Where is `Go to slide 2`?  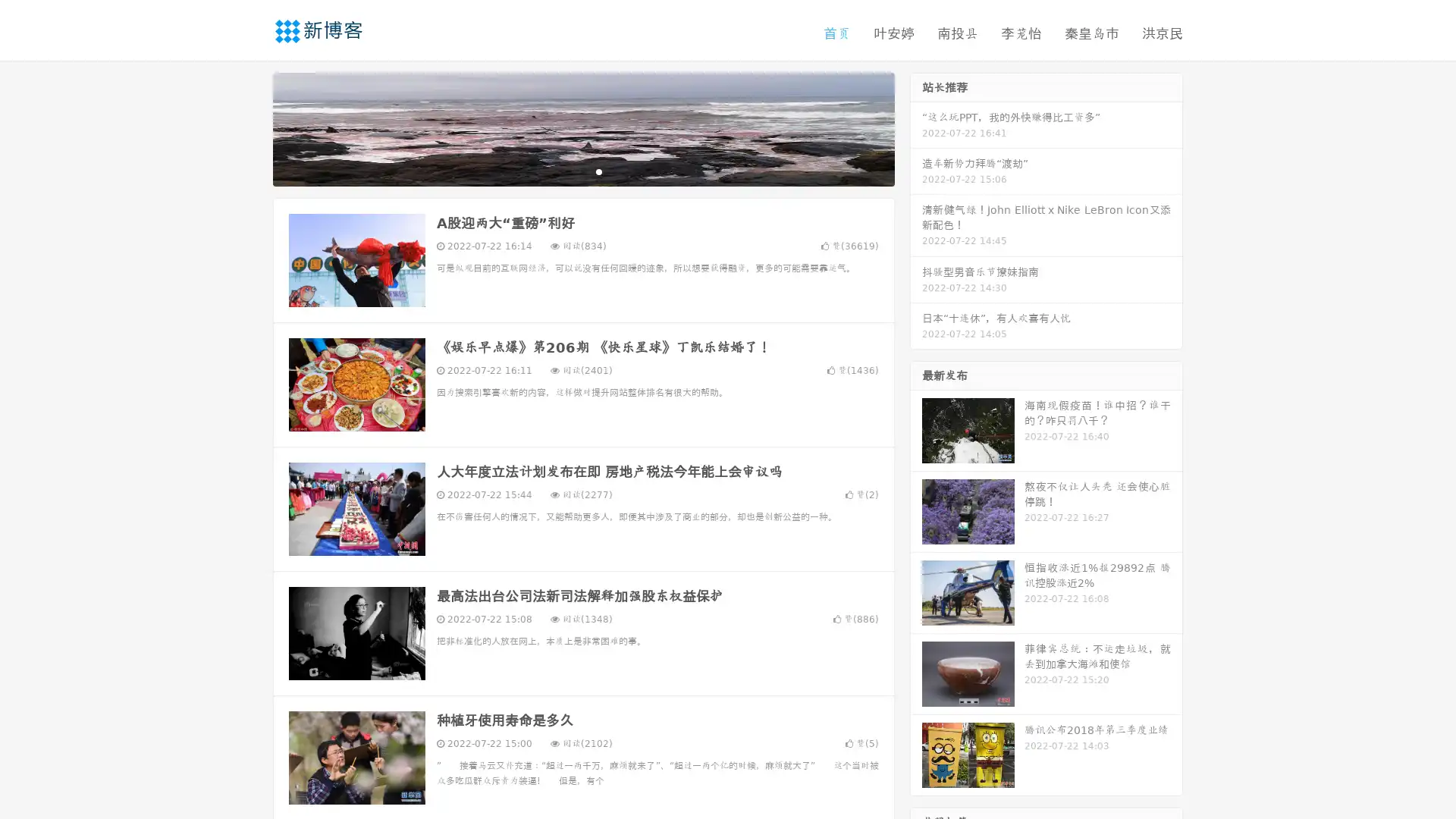 Go to slide 2 is located at coordinates (582, 171).